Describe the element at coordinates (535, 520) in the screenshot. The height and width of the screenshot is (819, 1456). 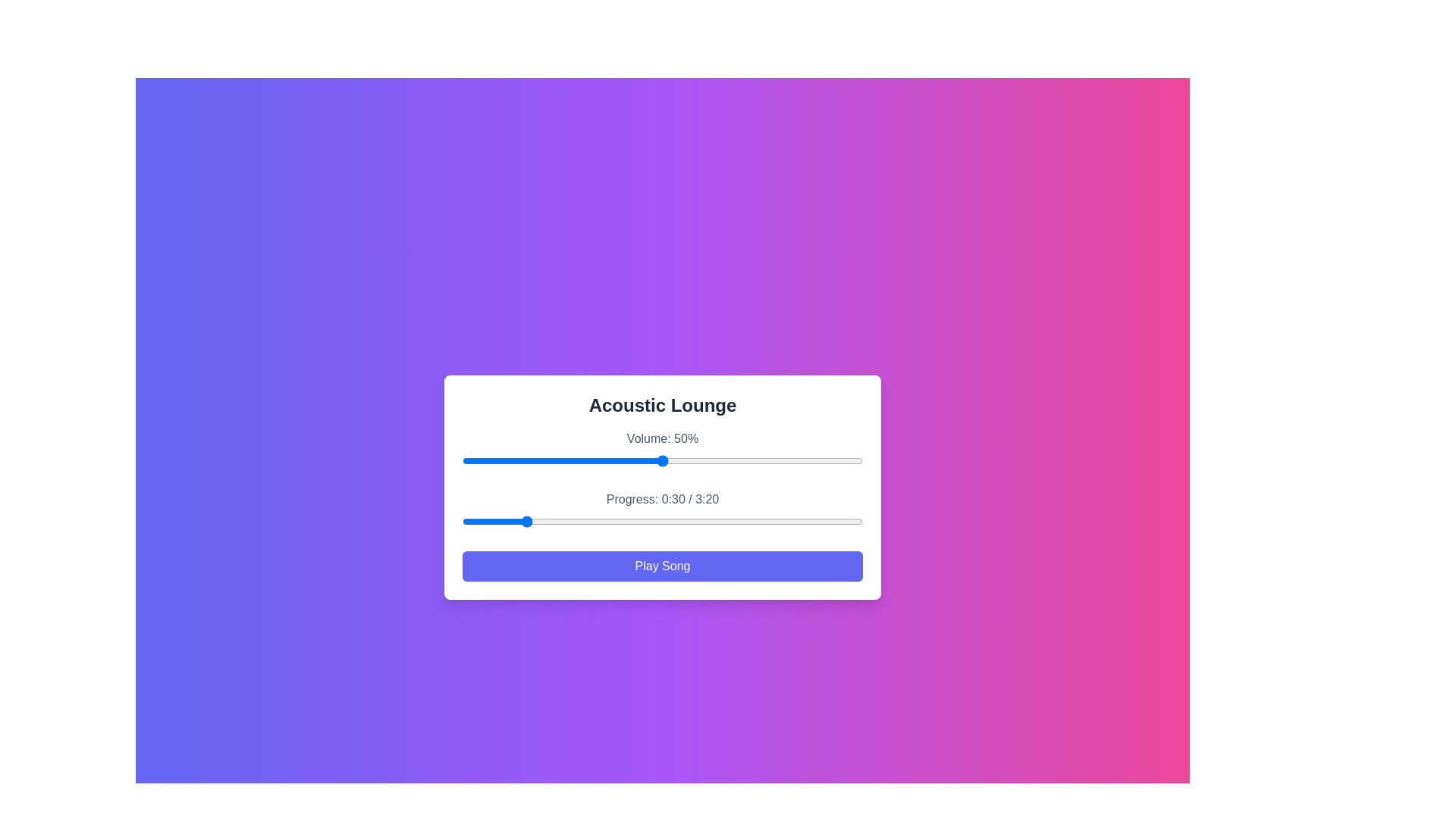
I see `the song progress to 36 seconds` at that location.